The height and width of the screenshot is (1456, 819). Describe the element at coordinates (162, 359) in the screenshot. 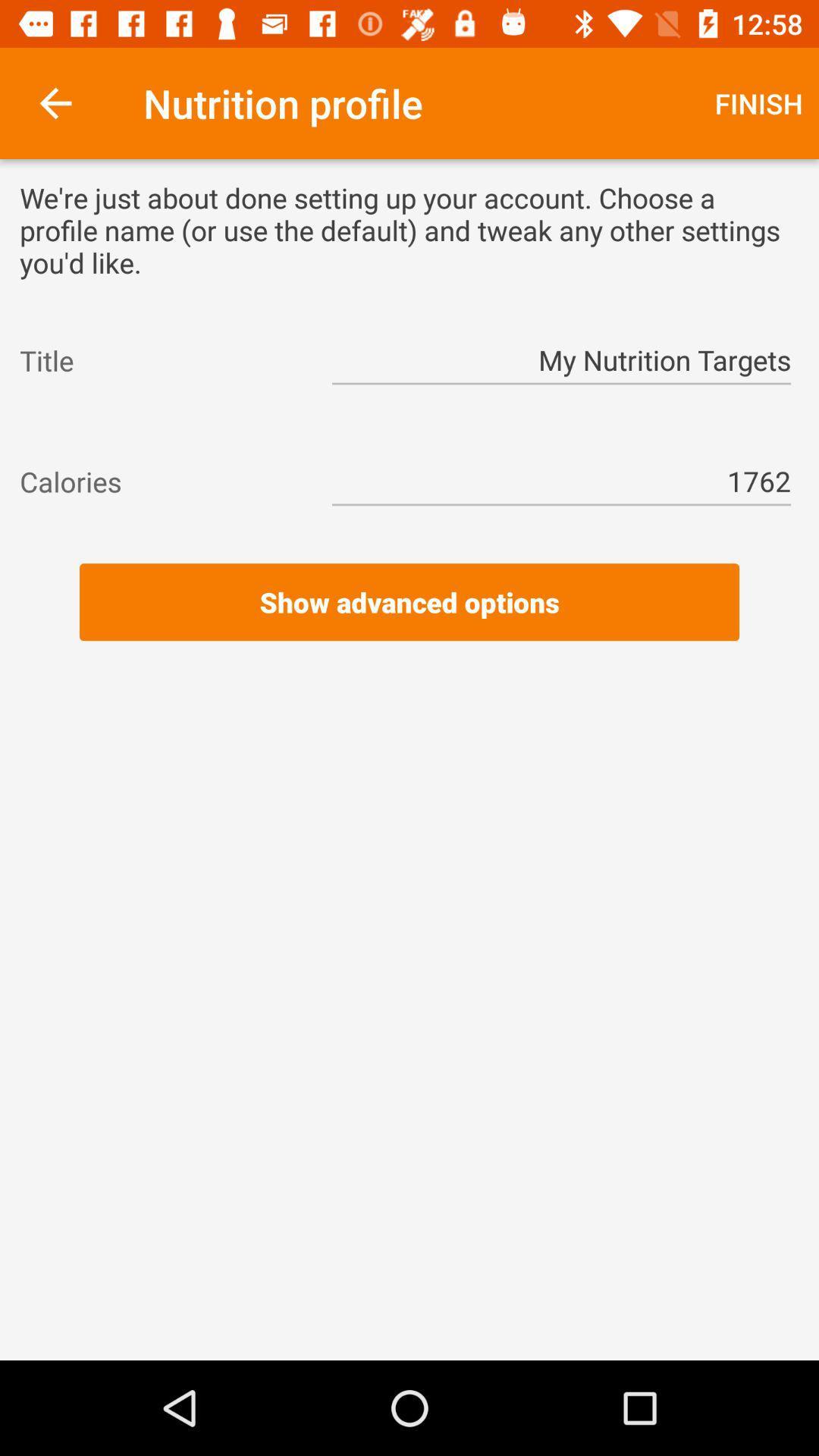

I see `the icon below the we re just icon` at that location.